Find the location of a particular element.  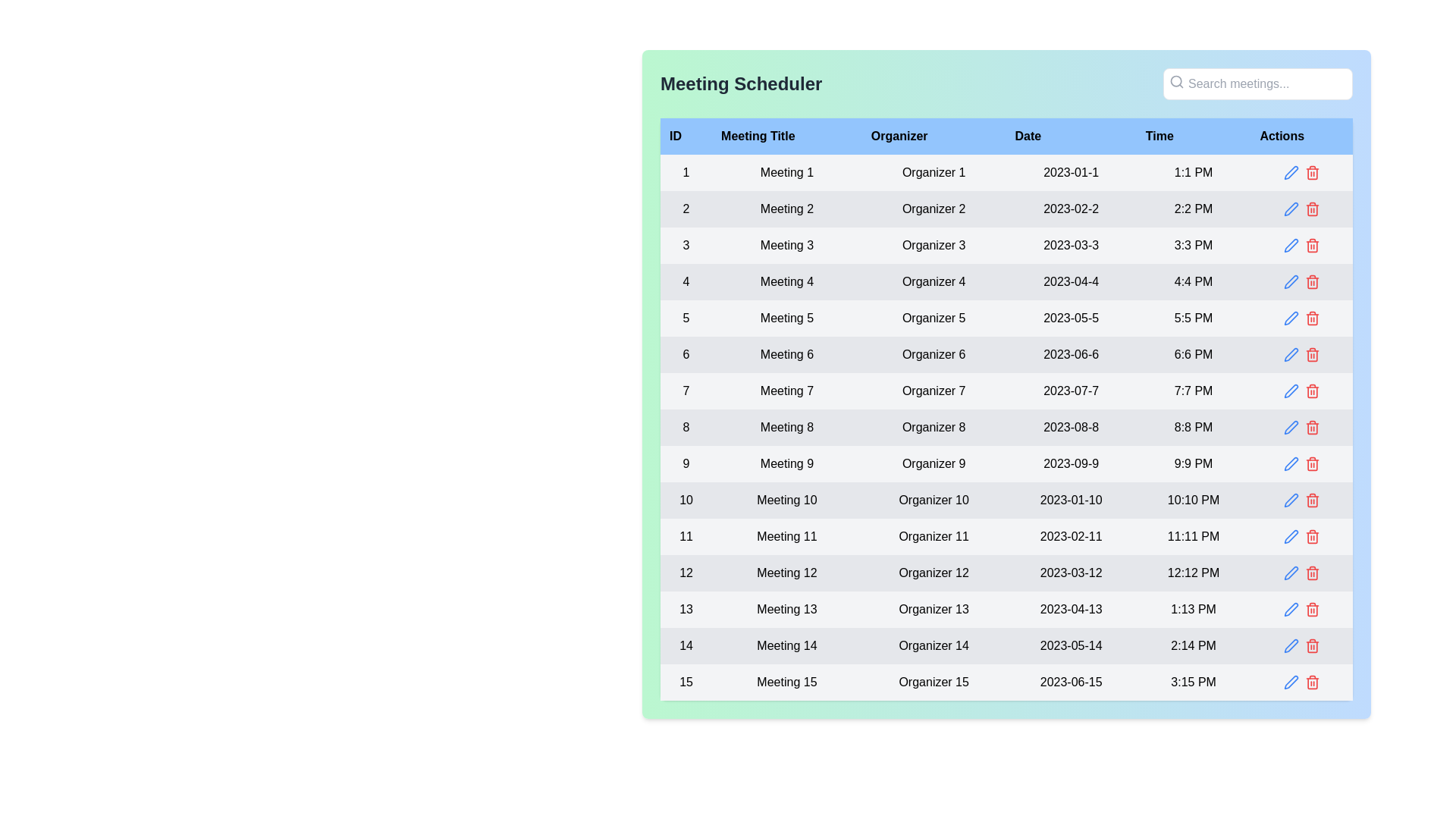

the 'Delete' button located in the 'Actions' column of the 'Meeting 7' row in the table is located at coordinates (1310, 391).